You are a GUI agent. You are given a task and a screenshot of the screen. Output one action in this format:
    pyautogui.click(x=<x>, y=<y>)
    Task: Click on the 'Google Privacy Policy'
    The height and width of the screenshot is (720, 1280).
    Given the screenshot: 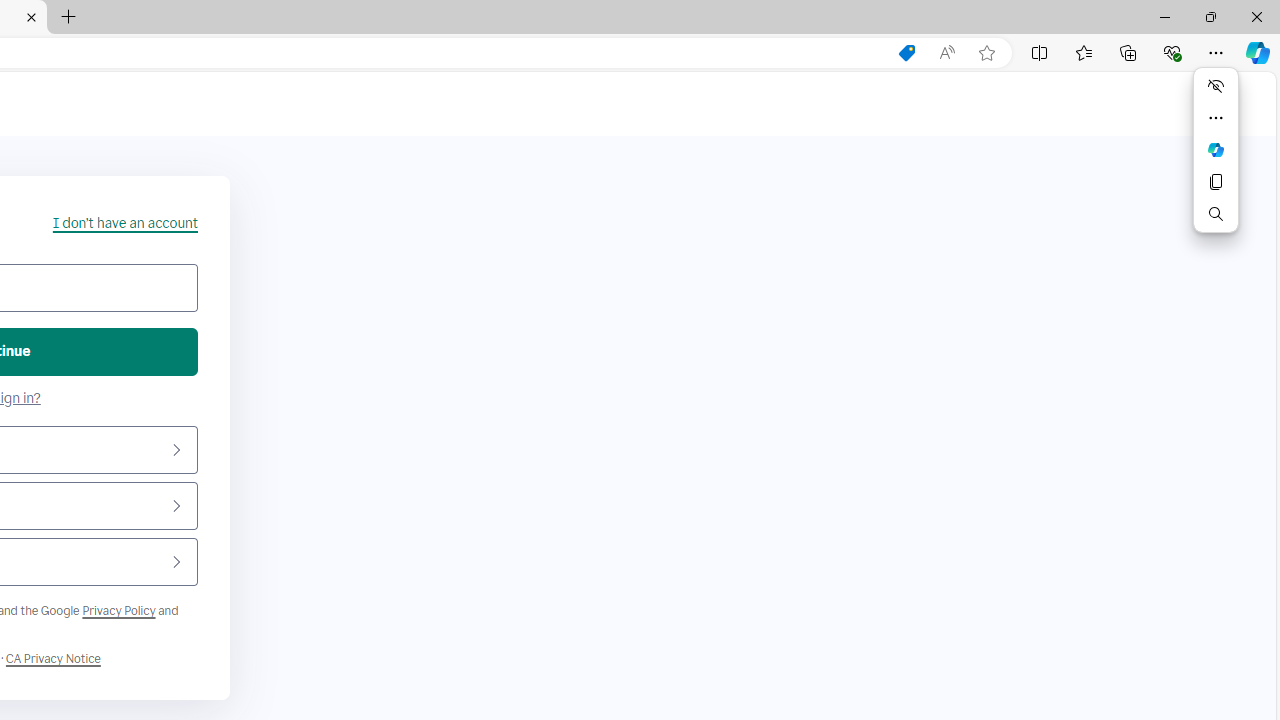 What is the action you would take?
    pyautogui.click(x=118, y=609)
    